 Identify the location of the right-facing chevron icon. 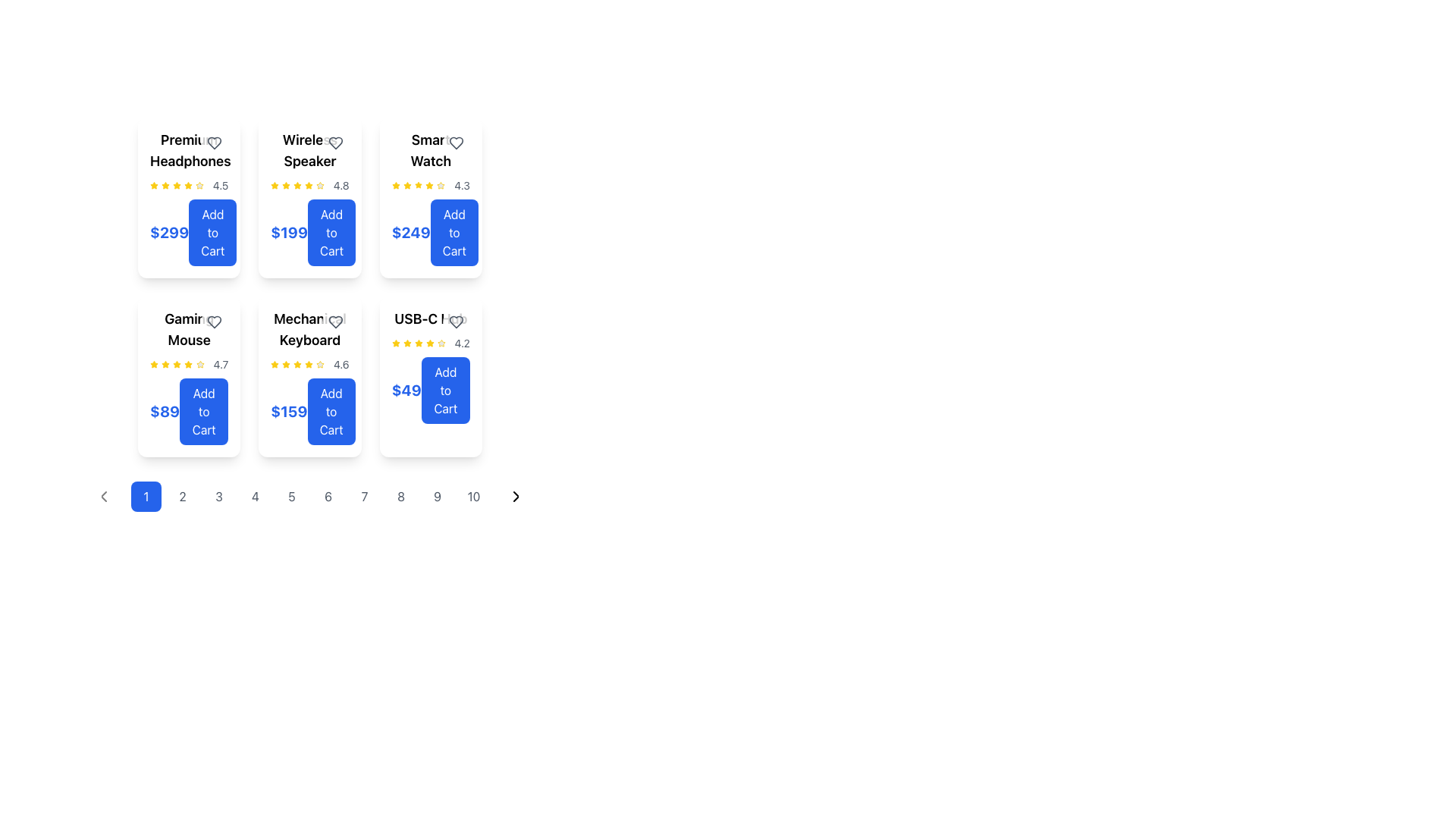
(516, 497).